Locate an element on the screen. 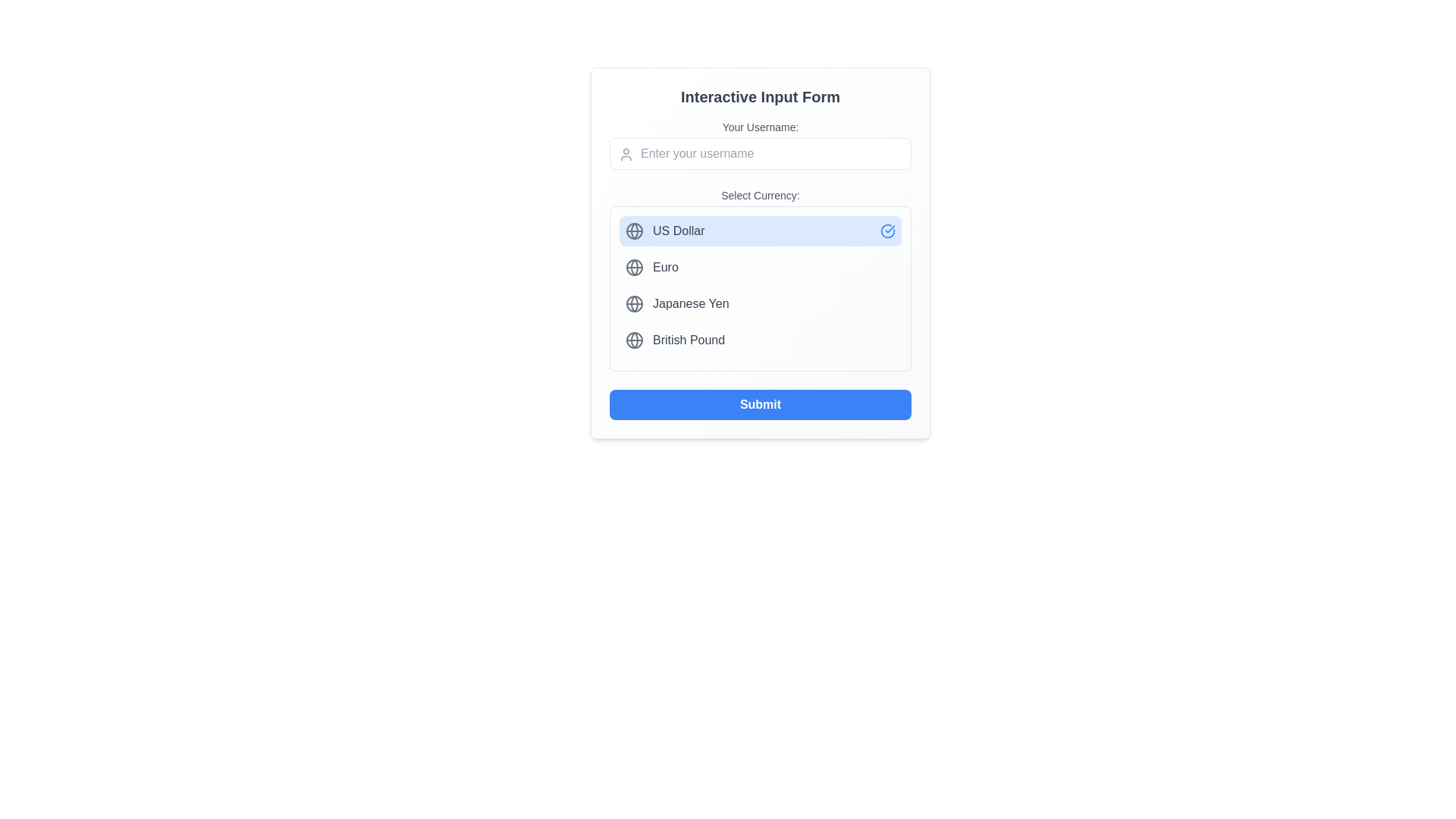 The height and width of the screenshot is (819, 1456). the circular SVG element within the globe icon representing currency options, located adjacent to the 'US Dollar' label is located at coordinates (634, 231).